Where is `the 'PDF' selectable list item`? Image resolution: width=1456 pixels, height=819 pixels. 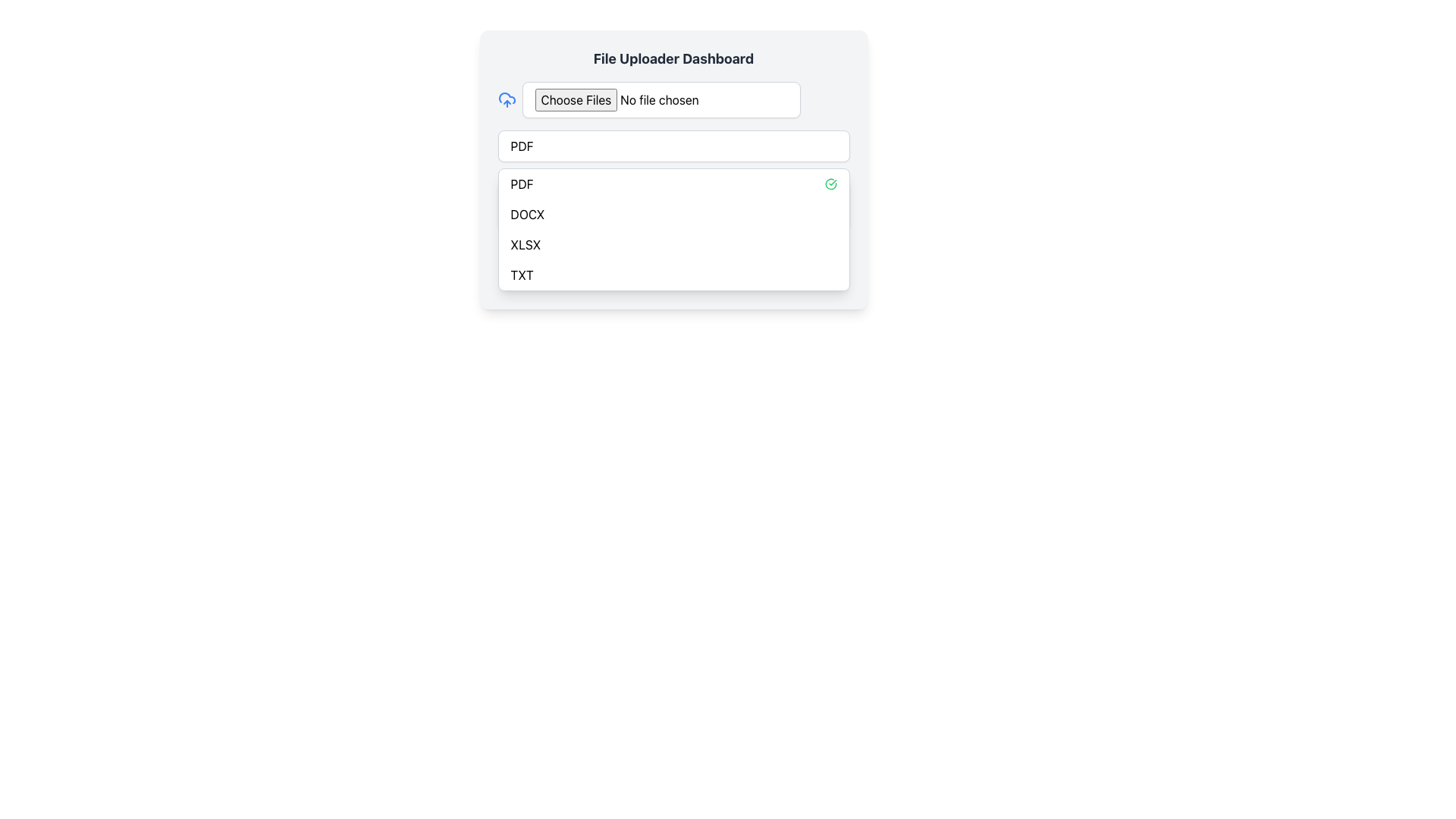
the 'PDF' selectable list item is located at coordinates (521, 146).